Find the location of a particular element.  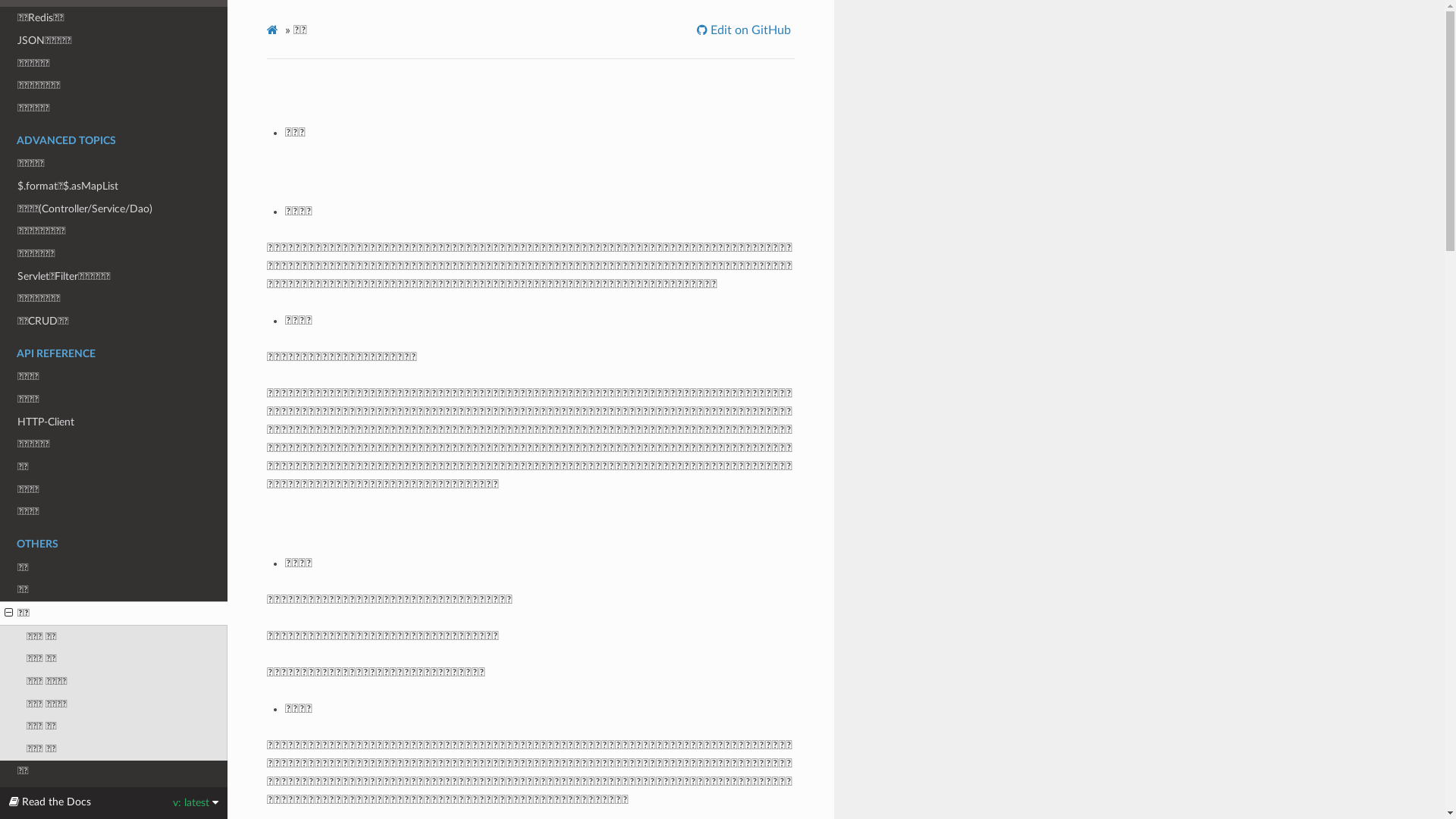

'HTTP-Client' is located at coordinates (112, 422).